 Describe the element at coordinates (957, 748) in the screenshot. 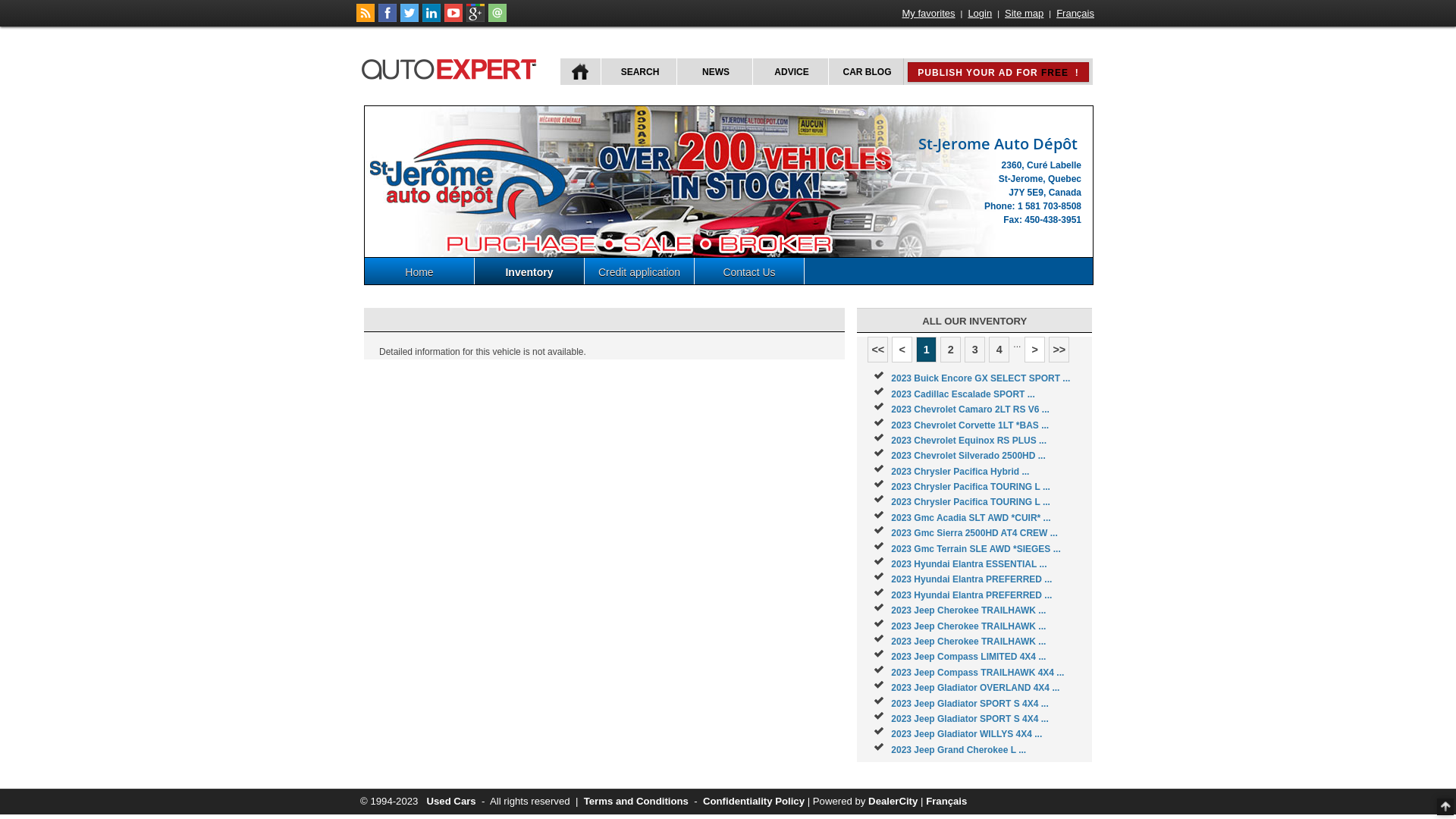

I see `'2023 Jeep Grand Cherokee L ...'` at that location.